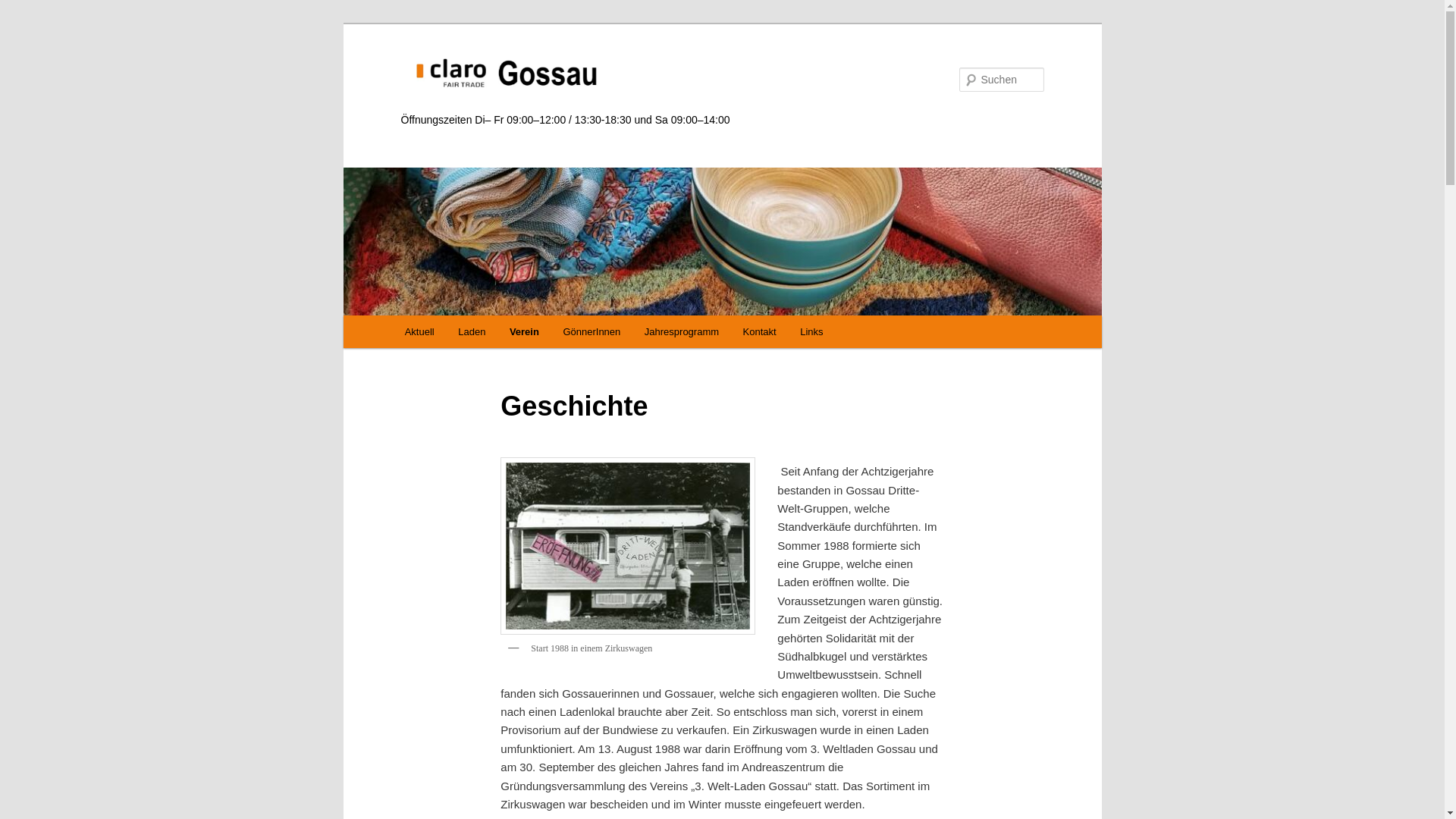 This screenshot has height=819, width=1456. What do you see at coordinates (731, 331) in the screenshot?
I see `'Kontakt'` at bounding box center [731, 331].